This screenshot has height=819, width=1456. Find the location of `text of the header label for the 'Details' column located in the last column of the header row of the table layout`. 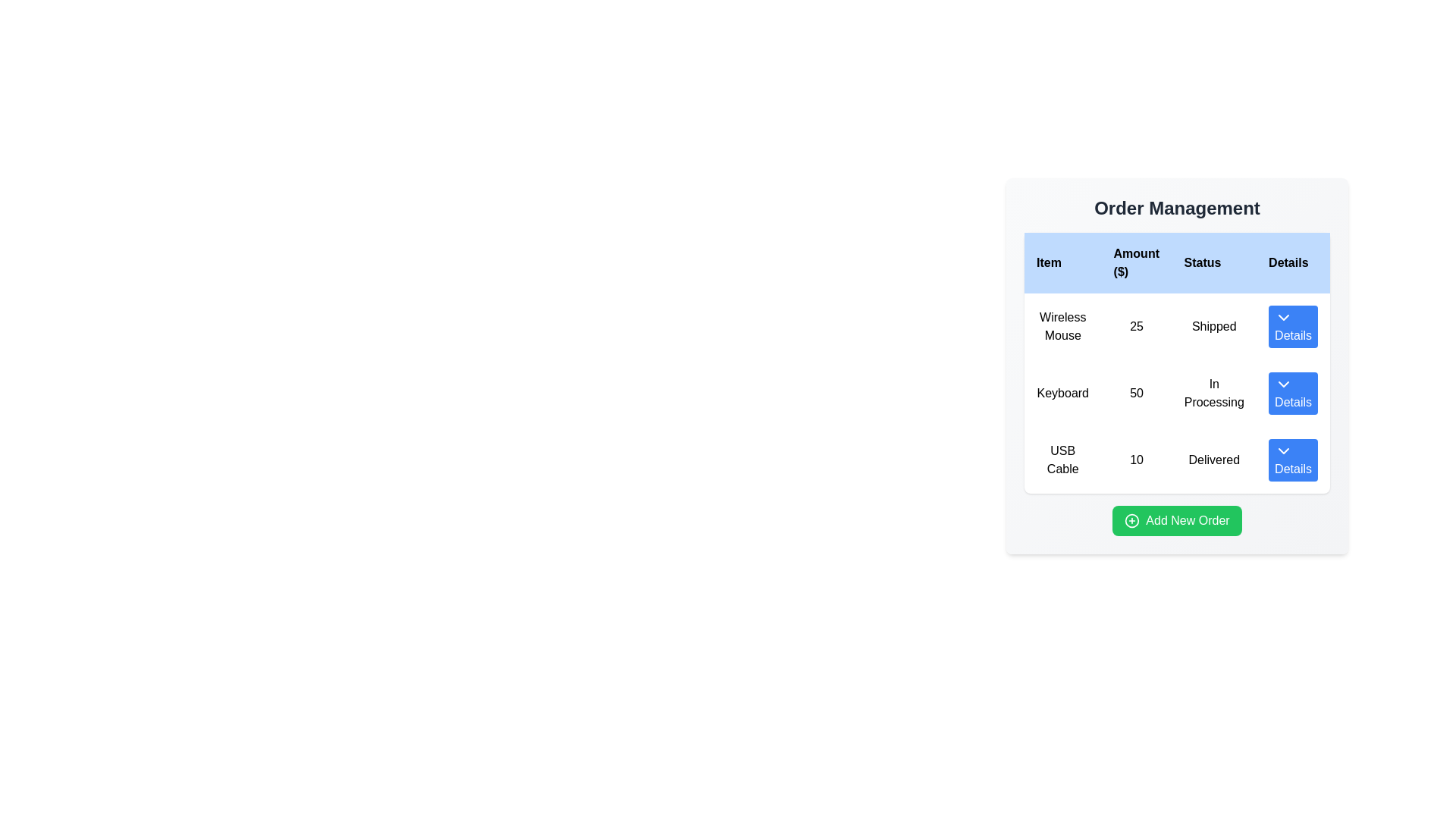

text of the header label for the 'Details' column located in the last column of the header row of the table layout is located at coordinates (1292, 262).